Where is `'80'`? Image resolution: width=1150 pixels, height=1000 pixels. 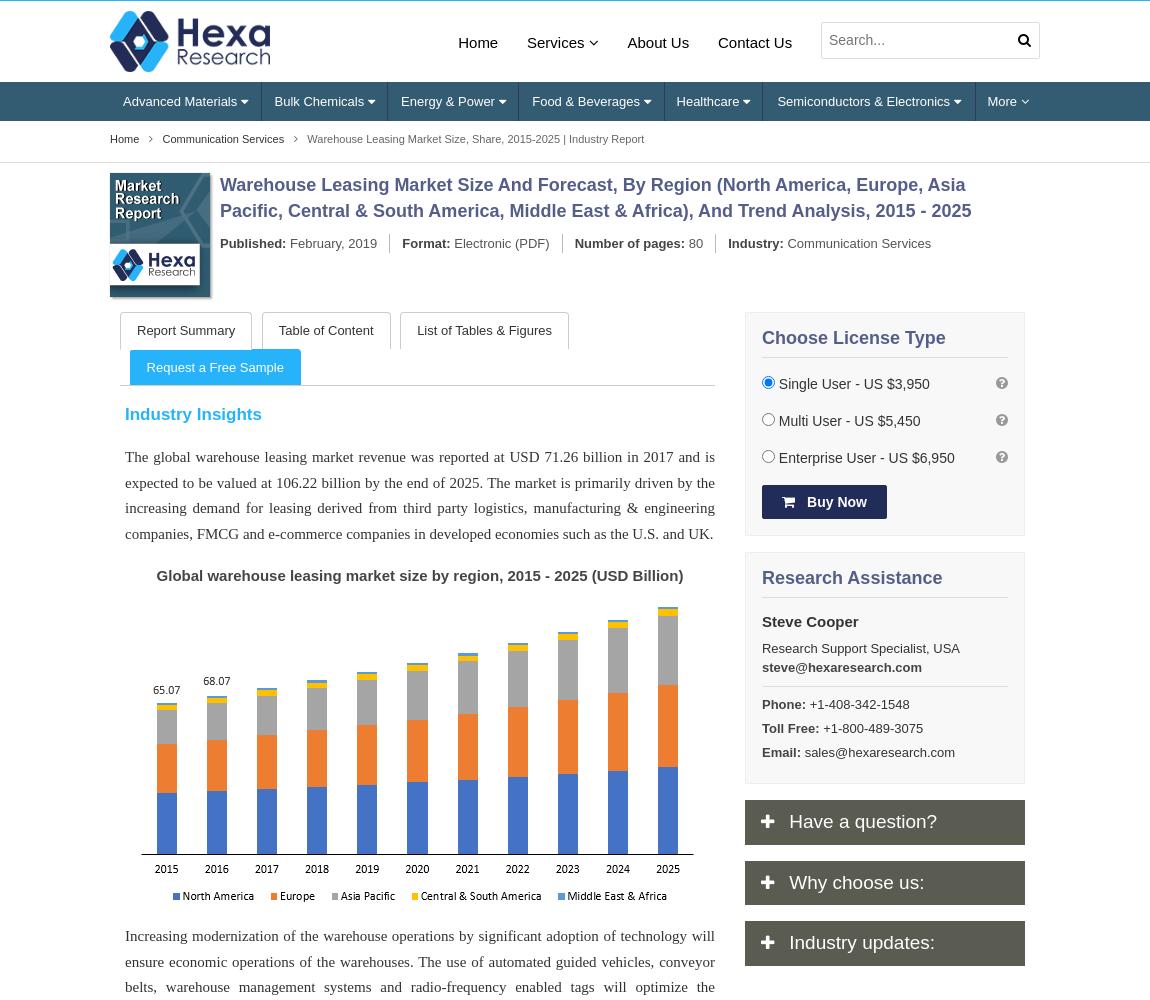 '80' is located at coordinates (693, 241).